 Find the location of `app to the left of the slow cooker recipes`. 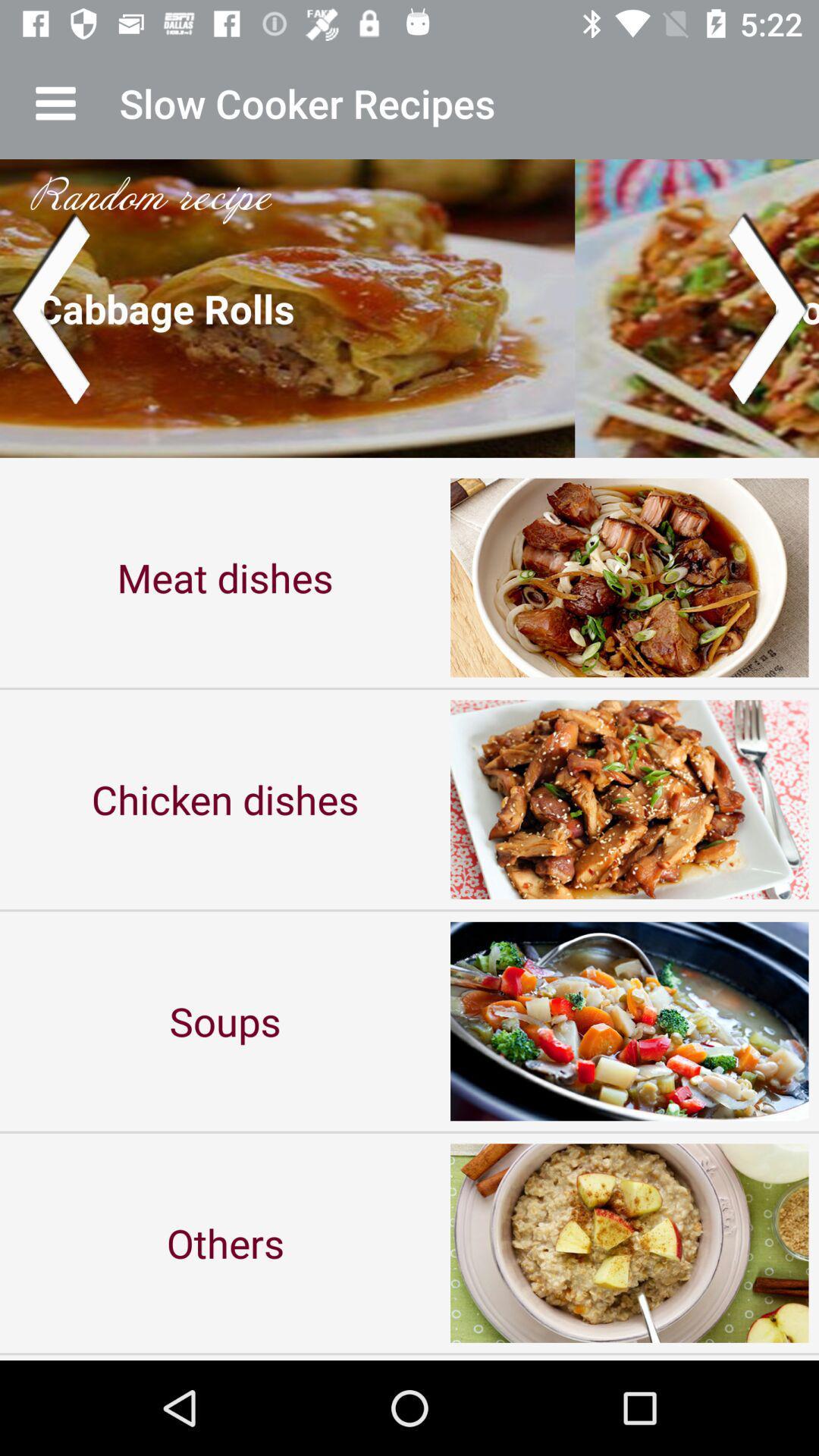

app to the left of the slow cooker recipes is located at coordinates (55, 102).